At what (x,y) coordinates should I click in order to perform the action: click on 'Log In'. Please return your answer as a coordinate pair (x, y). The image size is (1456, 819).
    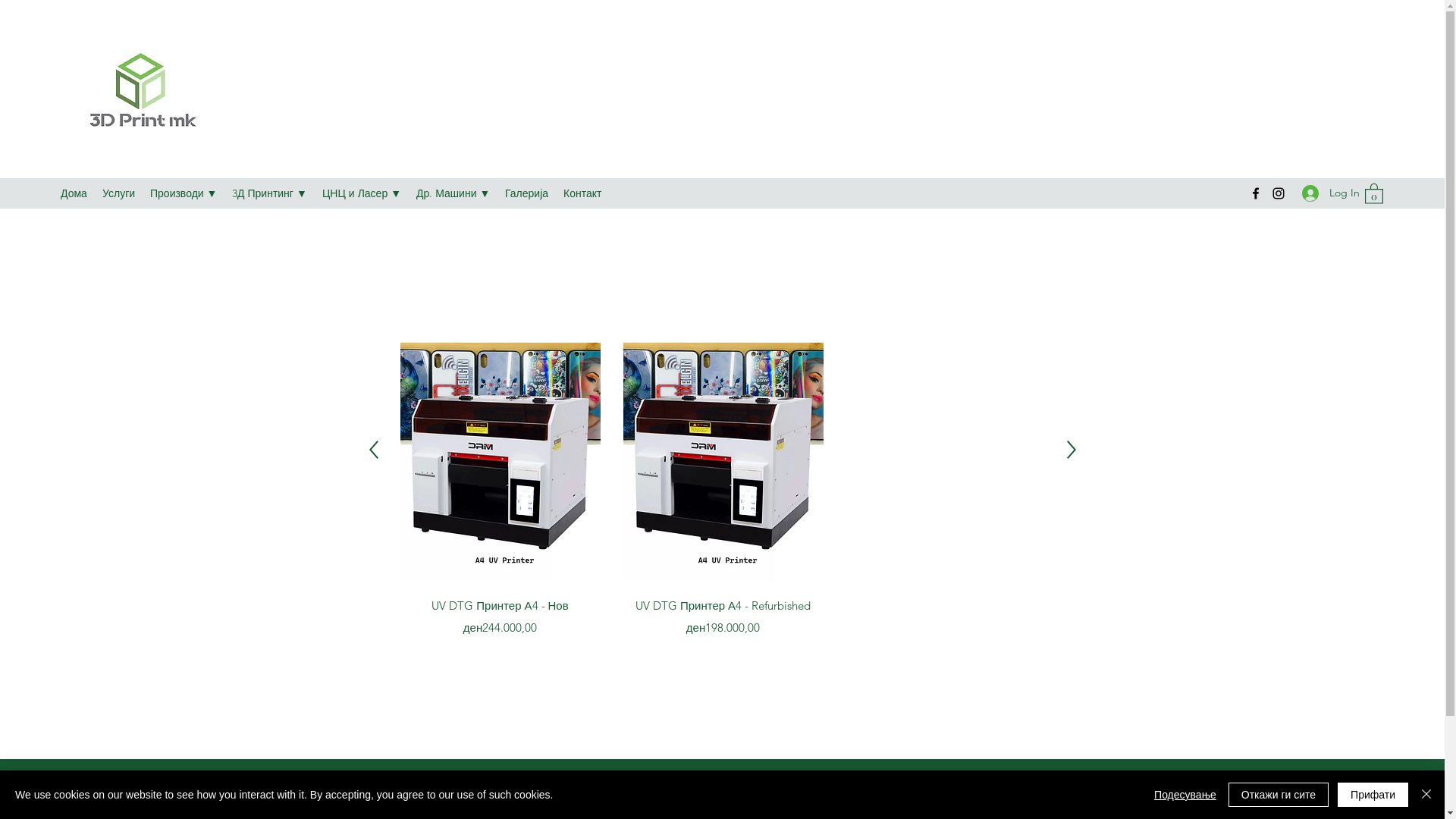
    Looking at the image, I should click on (1324, 192).